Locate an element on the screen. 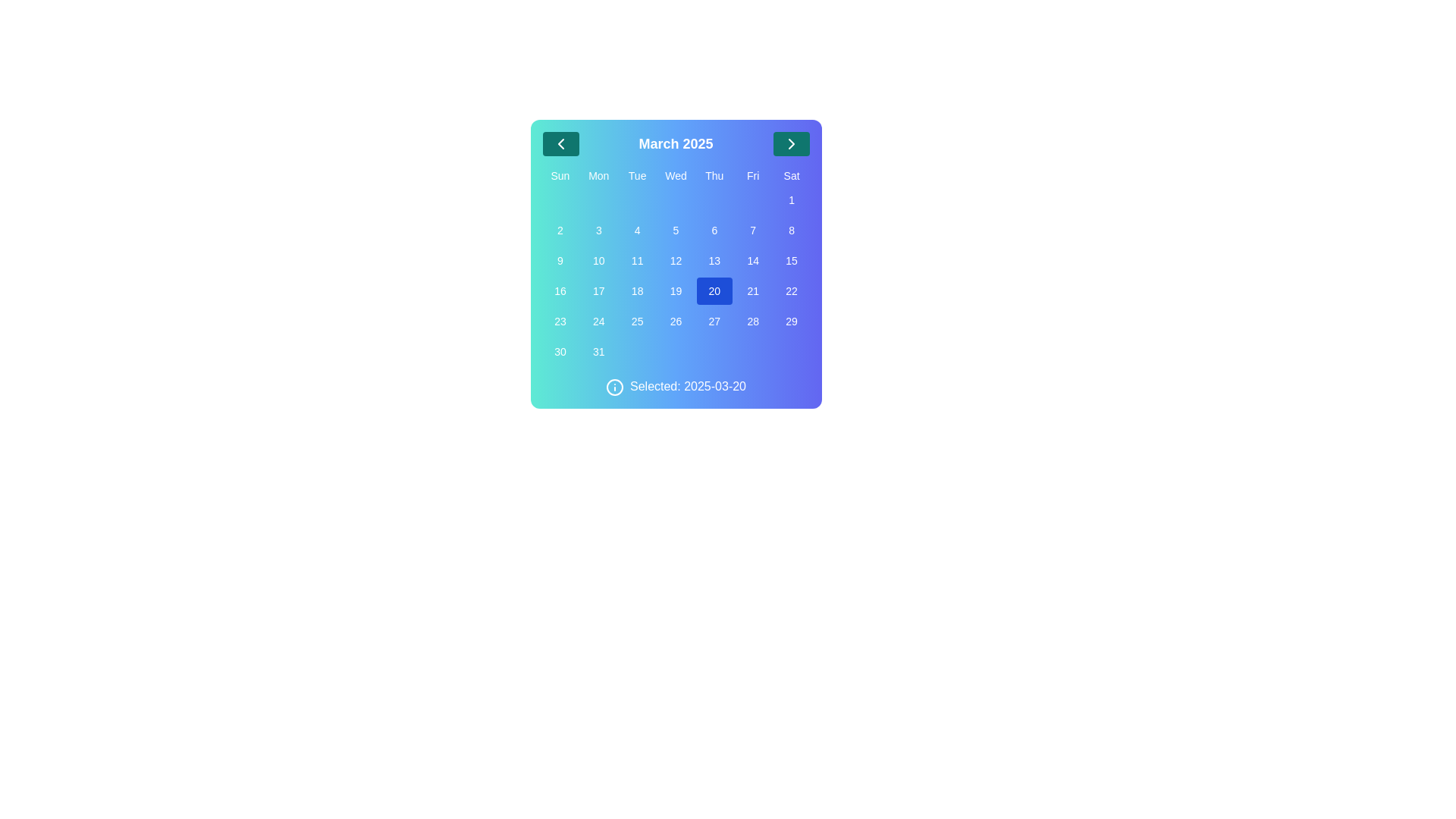 The height and width of the screenshot is (819, 1456). the interactive day selector button for the date '10' located in the fourth row and second column of the calendar grid below 'Mon' to change its appearance is located at coordinates (598, 259).